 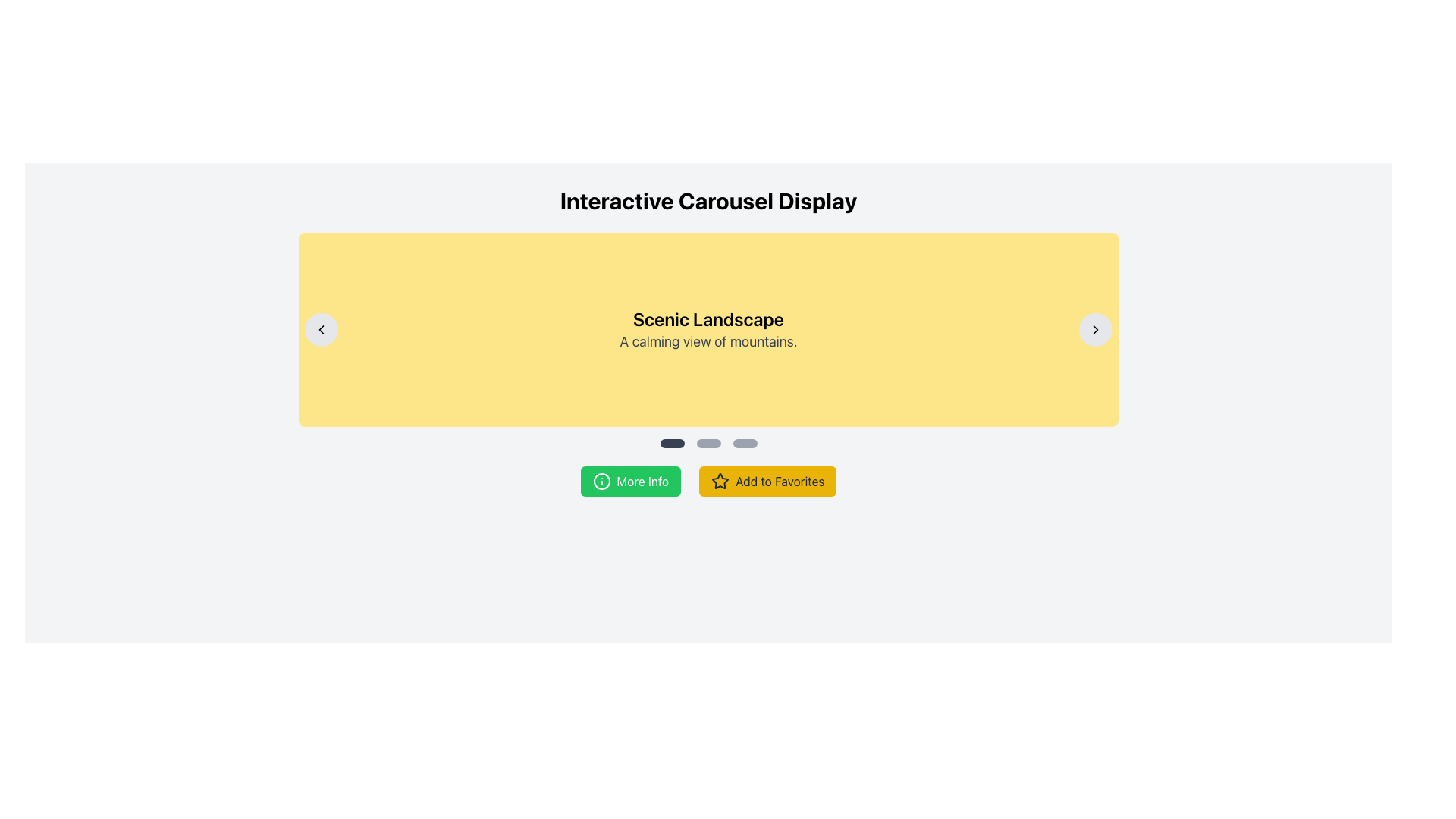 What do you see at coordinates (630, 482) in the screenshot?
I see `the 'More Info' button, which is a green rectangular button with rounded corners, featuring a white 'More Info' text and an information icon to indicate interactivity` at bounding box center [630, 482].